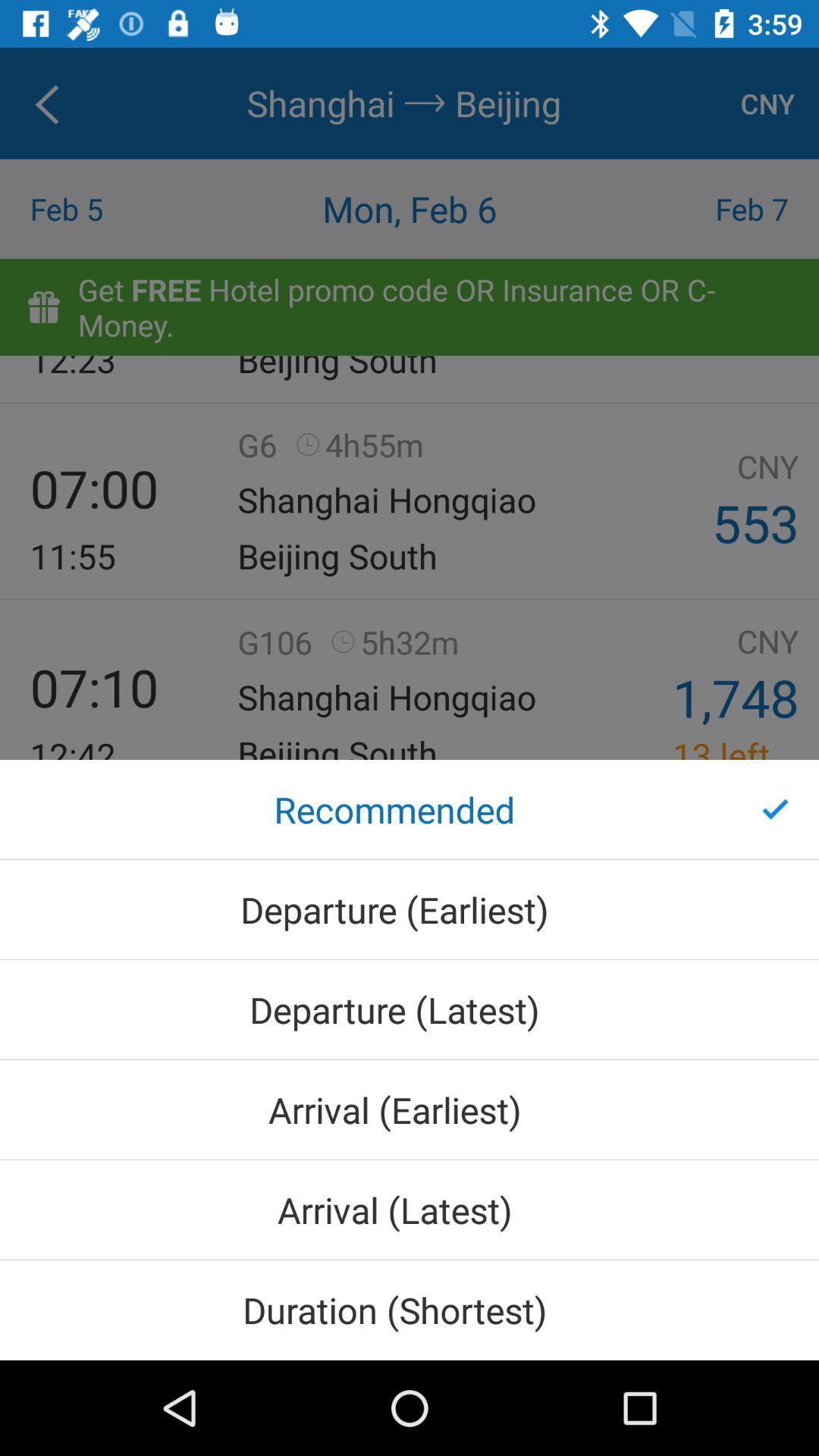 The height and width of the screenshot is (1456, 819). Describe the element at coordinates (409, 909) in the screenshot. I see `departure (earliest) icon` at that location.